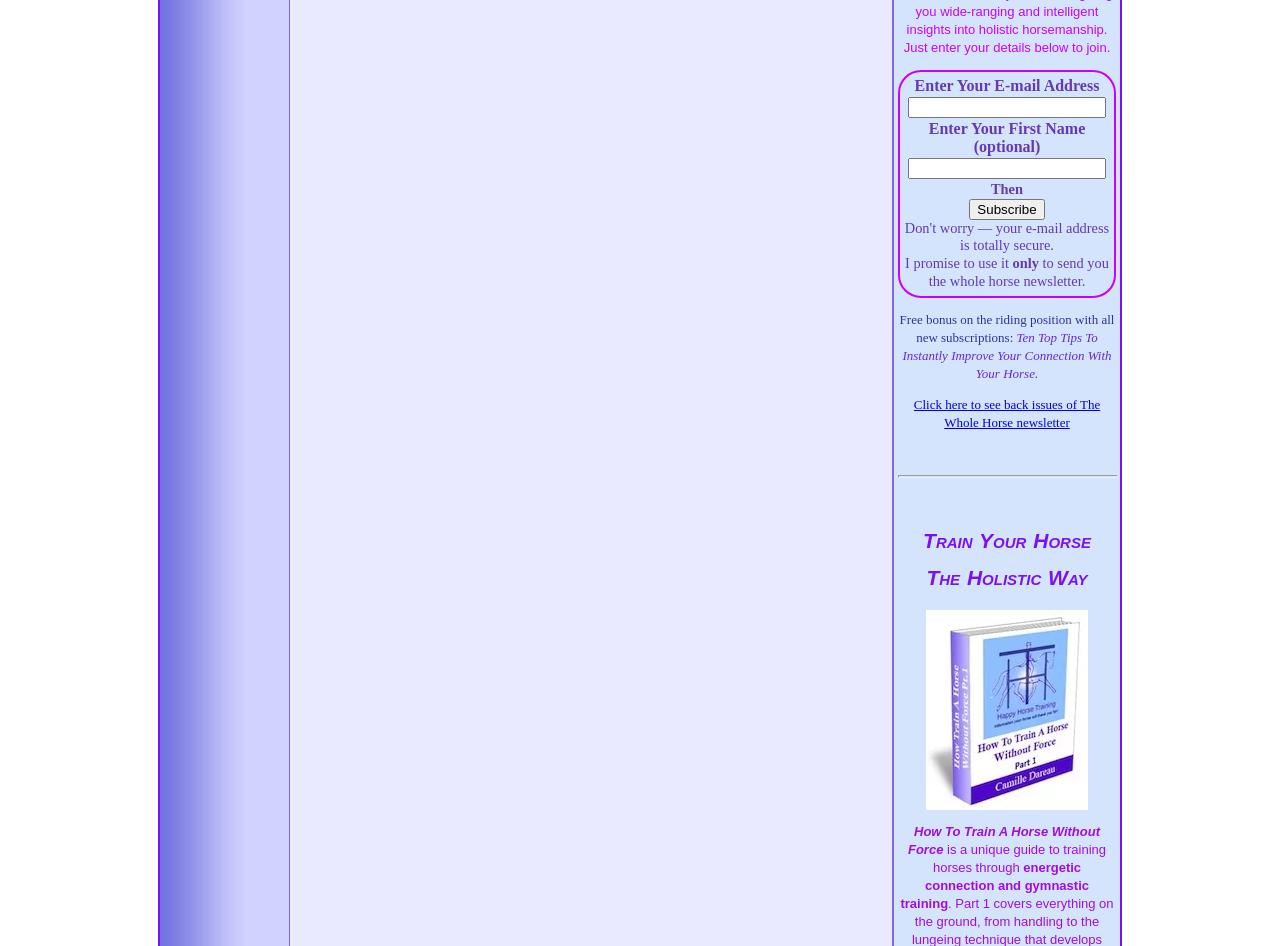  I want to click on 'Train Your Horse', so click(1006, 540).